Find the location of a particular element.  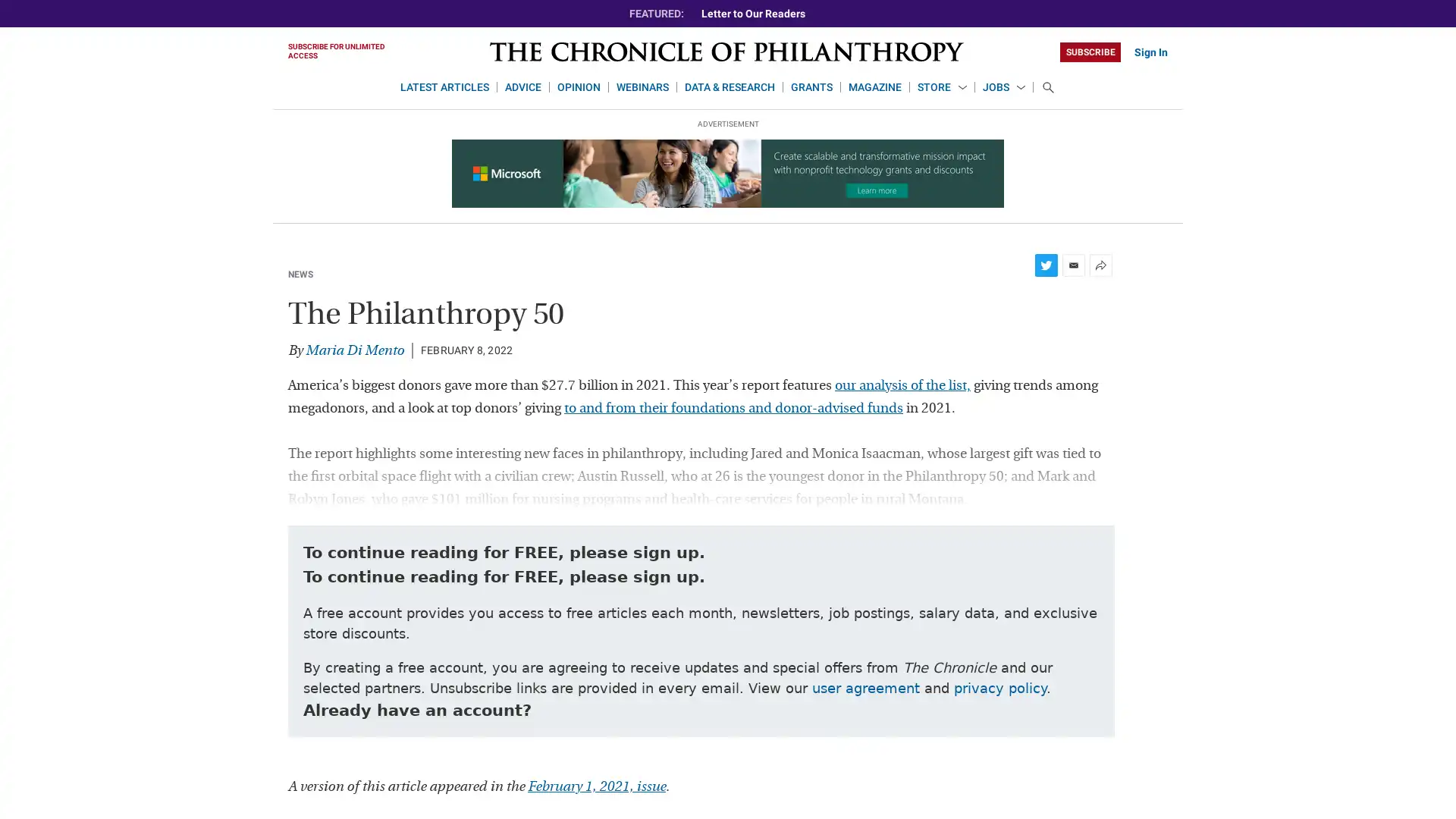

Open Sub Navigation is located at coordinates (1020, 88).